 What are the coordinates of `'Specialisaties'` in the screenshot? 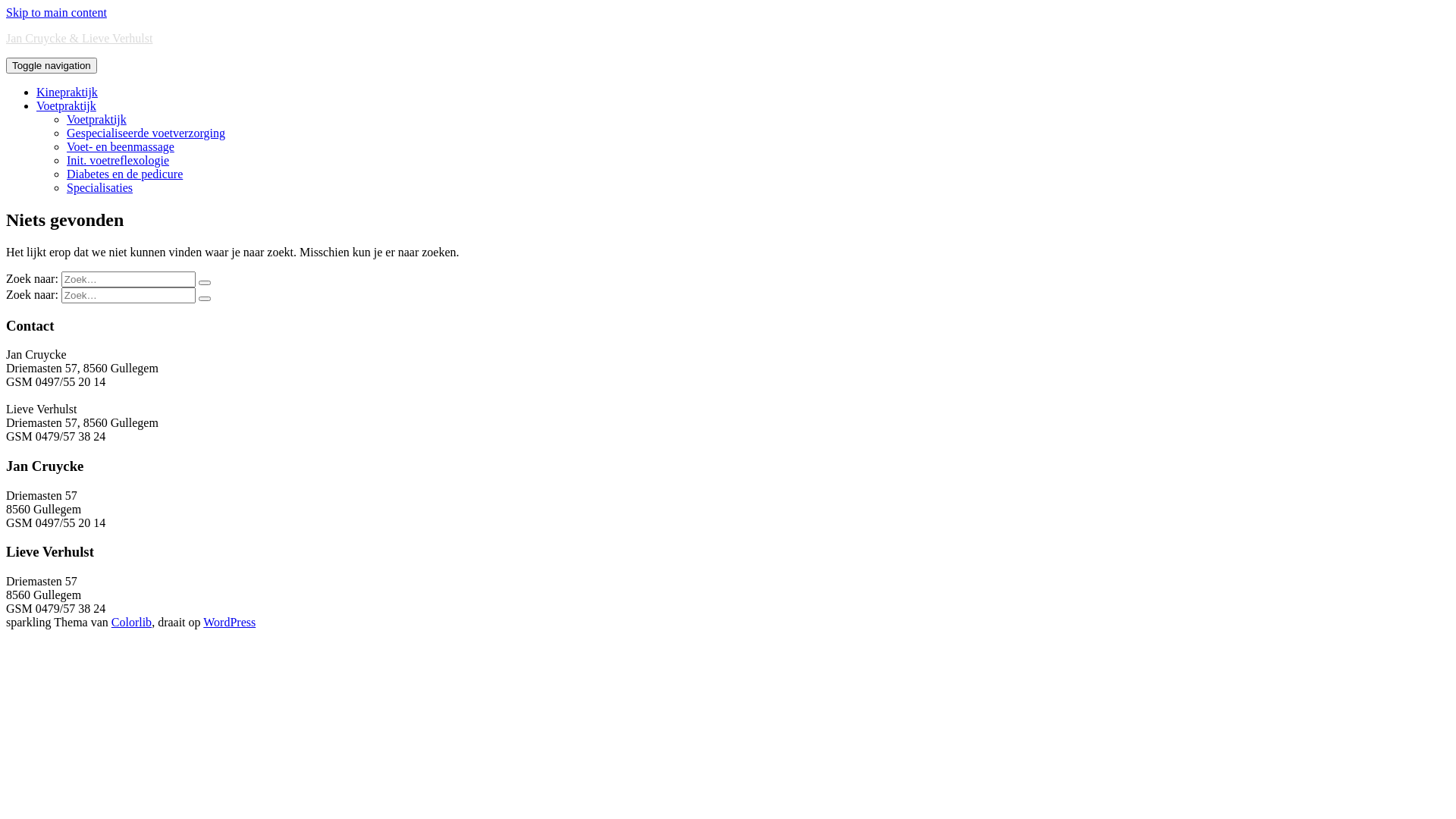 It's located at (99, 187).